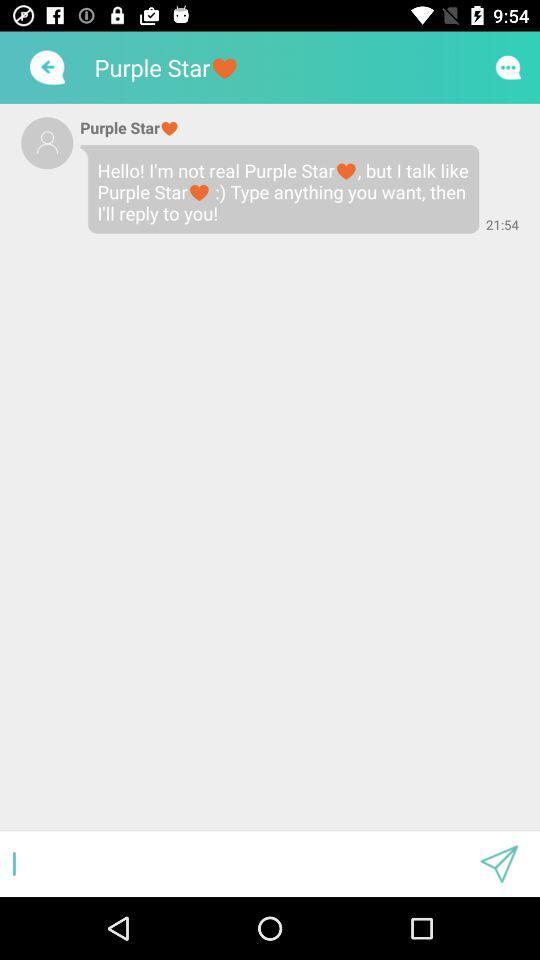 The image size is (540, 960). I want to click on the send icon, so click(498, 863).